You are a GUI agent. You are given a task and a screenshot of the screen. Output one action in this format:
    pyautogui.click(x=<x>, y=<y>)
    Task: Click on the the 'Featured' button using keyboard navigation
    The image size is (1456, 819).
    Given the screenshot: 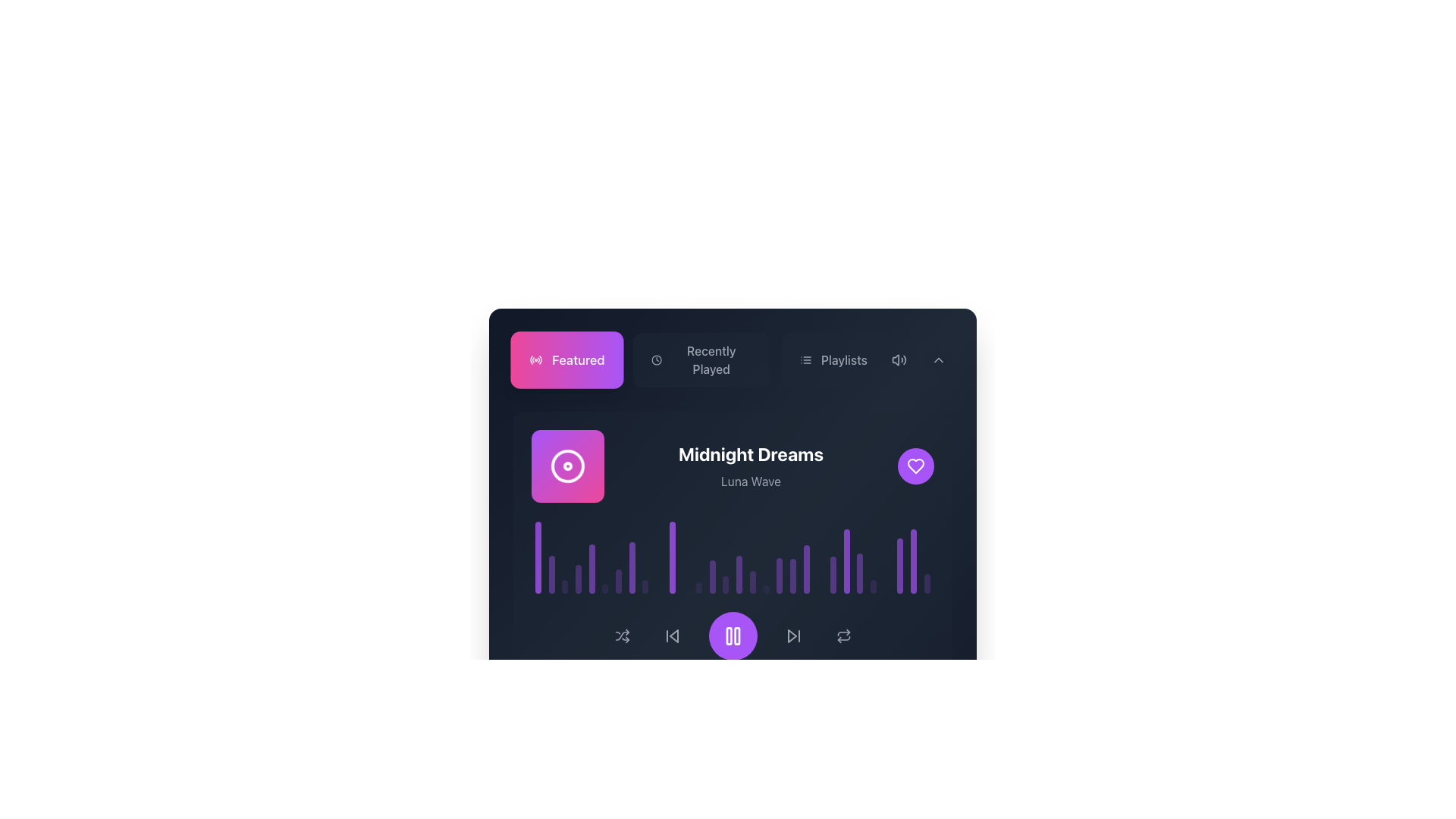 What is the action you would take?
    pyautogui.click(x=566, y=359)
    